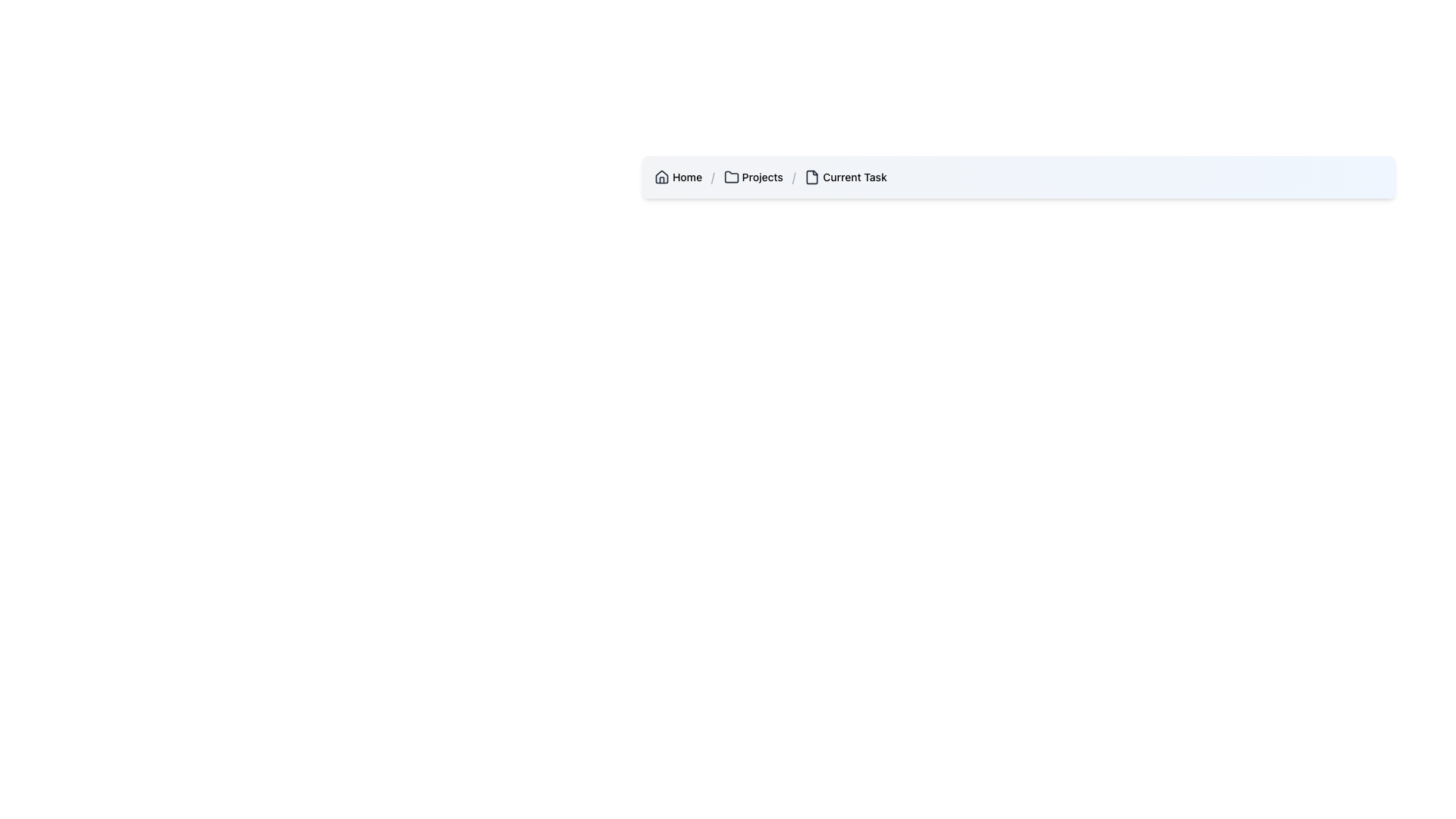 The height and width of the screenshot is (819, 1456). Describe the element at coordinates (762, 177) in the screenshot. I see `the 'Projects' text label in the breadcrumb navigation, which indicates the current or previous navigation state` at that location.